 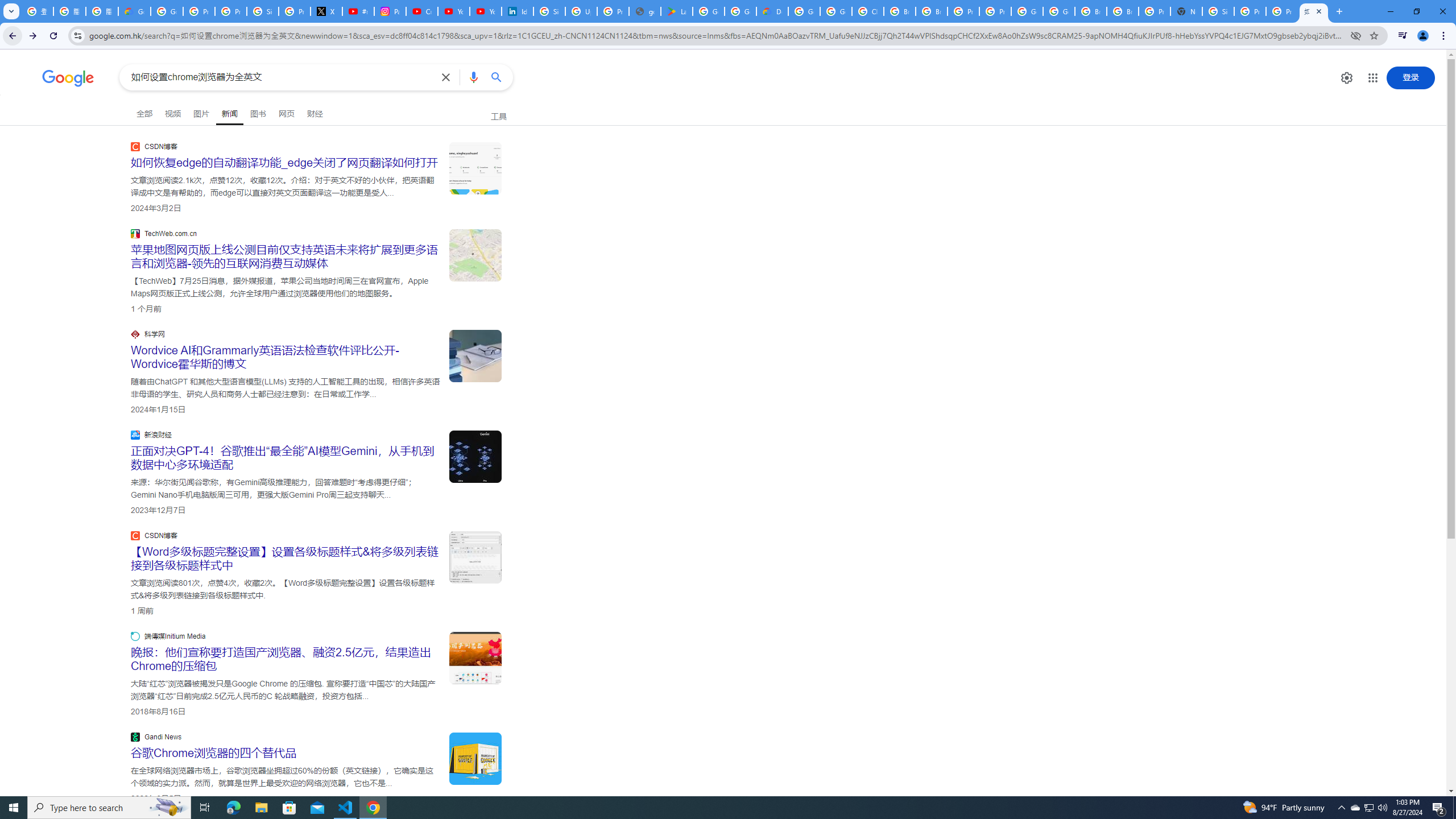 What do you see at coordinates (1217, 11) in the screenshot?
I see `'Sign in - Google Accounts'` at bounding box center [1217, 11].